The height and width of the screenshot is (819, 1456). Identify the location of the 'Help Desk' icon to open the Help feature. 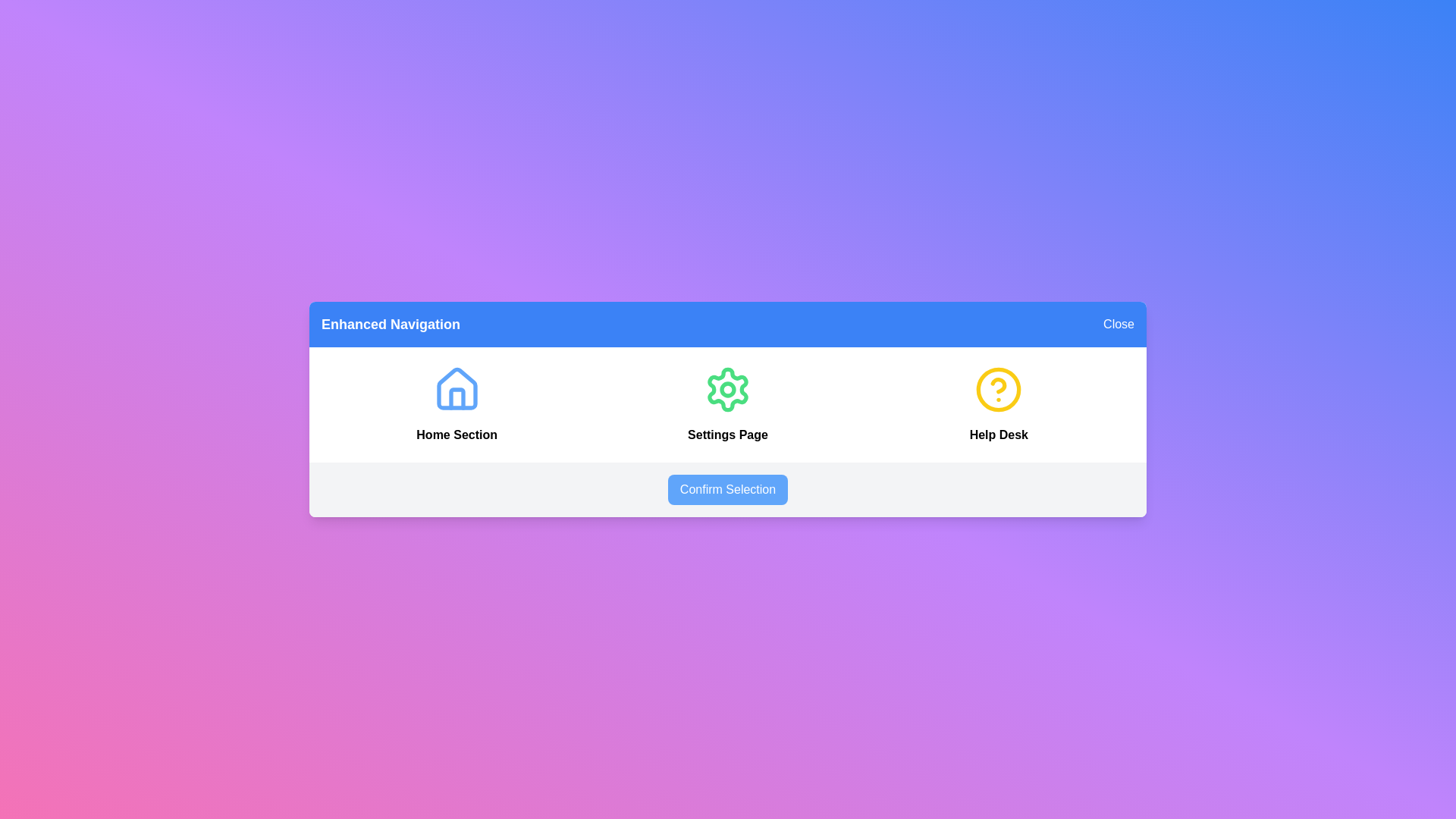
(998, 403).